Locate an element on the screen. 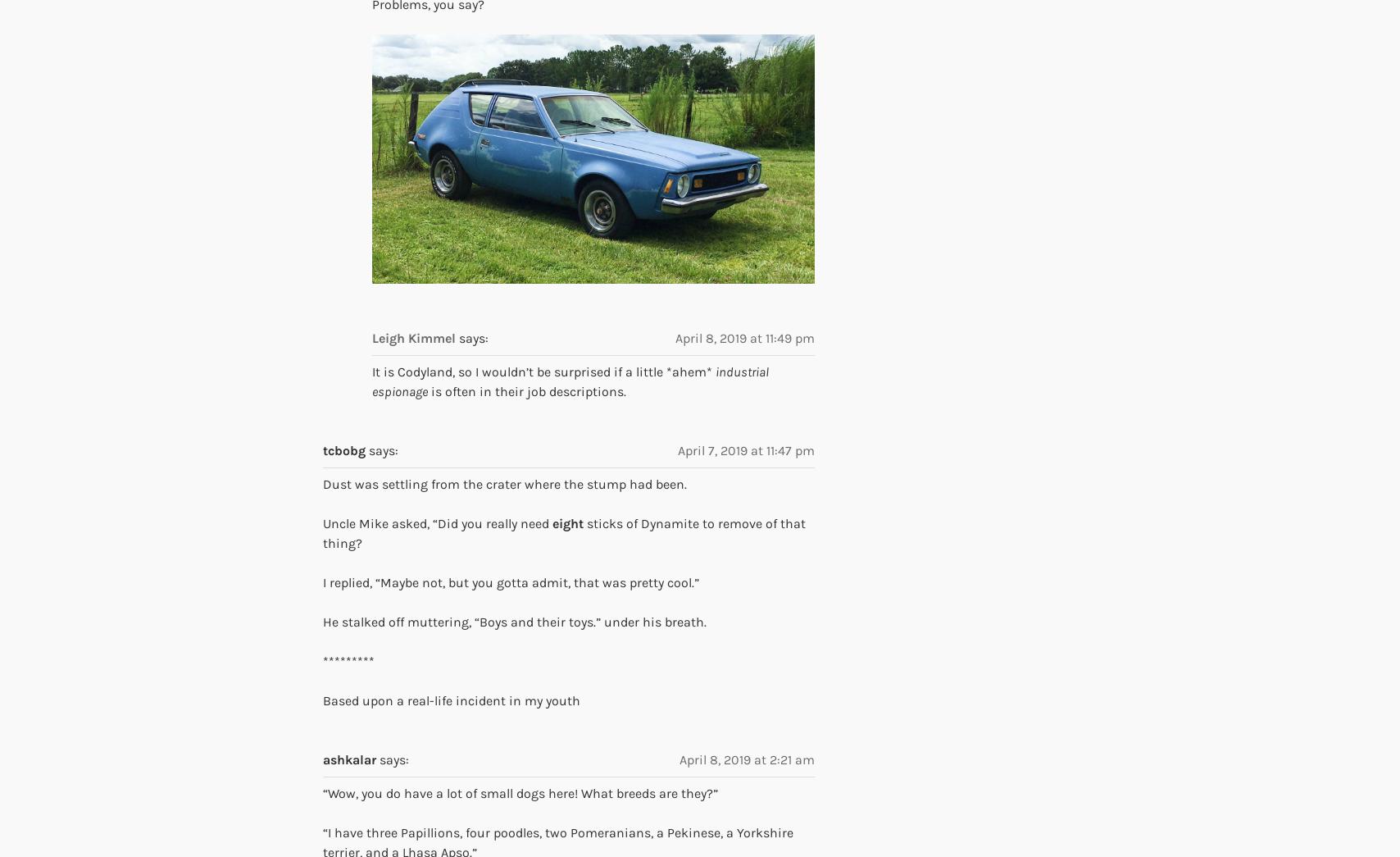 The height and width of the screenshot is (857, 1400). 'I replied, “Maybe not, but you gotta admit, that was pretty cool.”' is located at coordinates (323, 581).